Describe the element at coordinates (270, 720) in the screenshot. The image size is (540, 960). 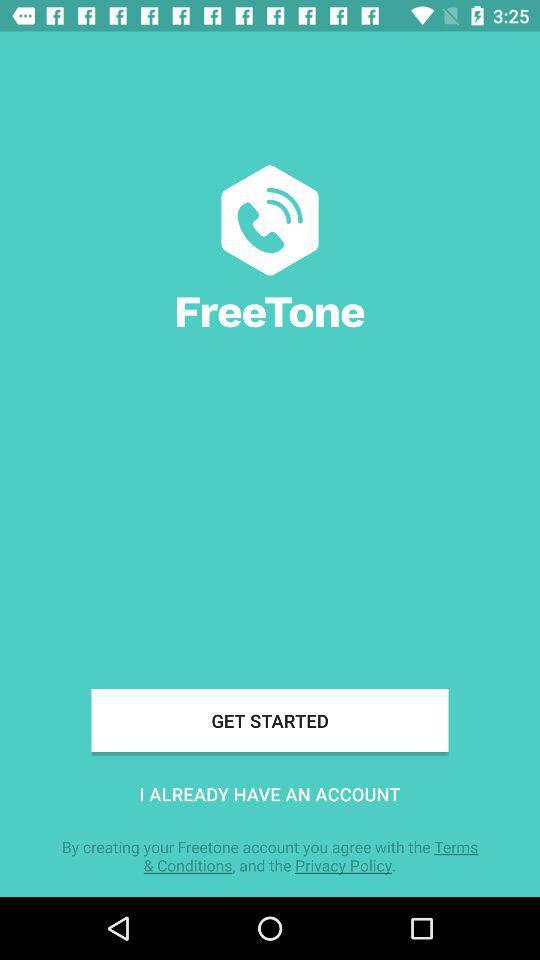
I see `the get started item` at that location.